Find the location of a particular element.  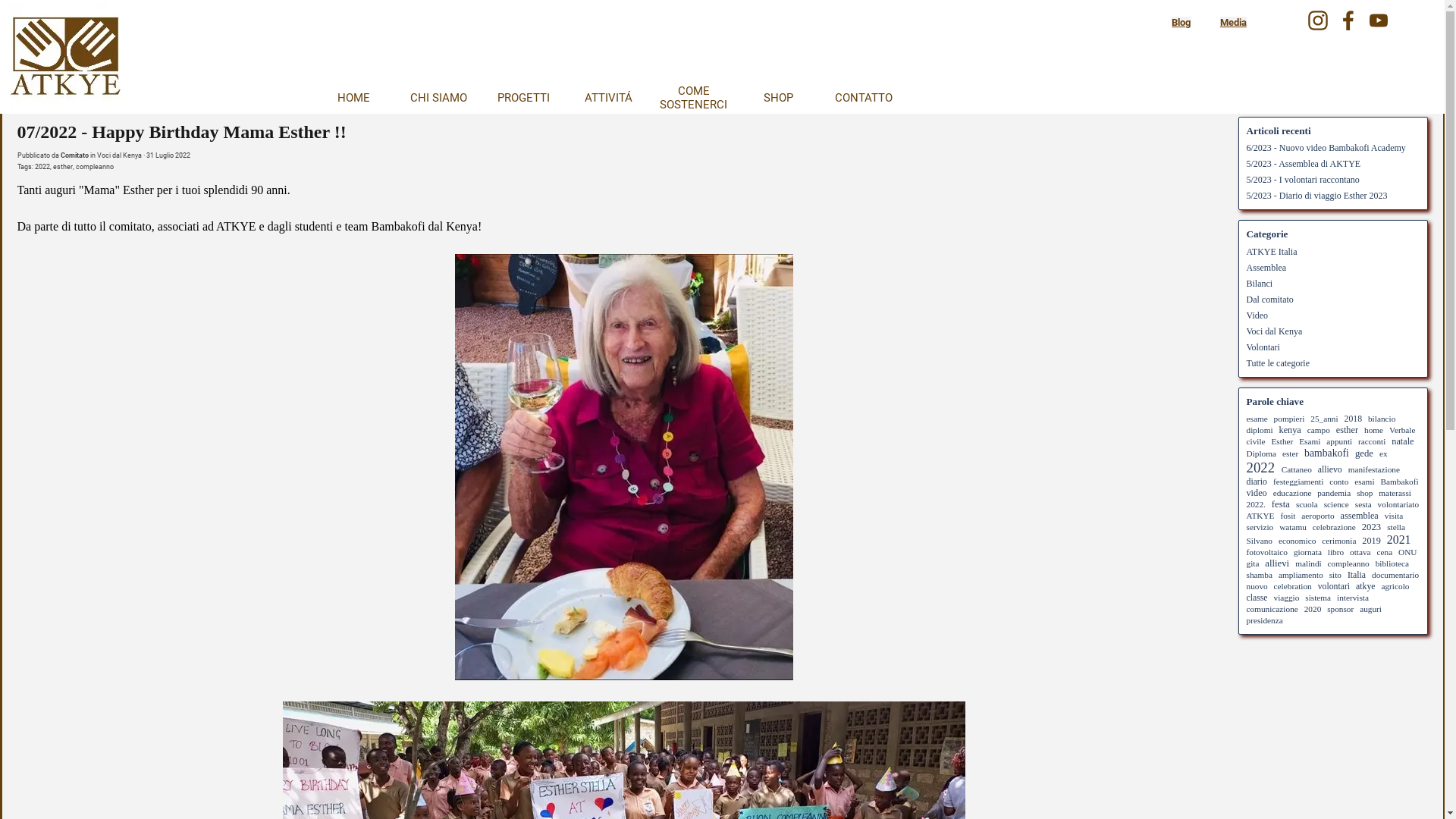

'giornata' is located at coordinates (1307, 552).